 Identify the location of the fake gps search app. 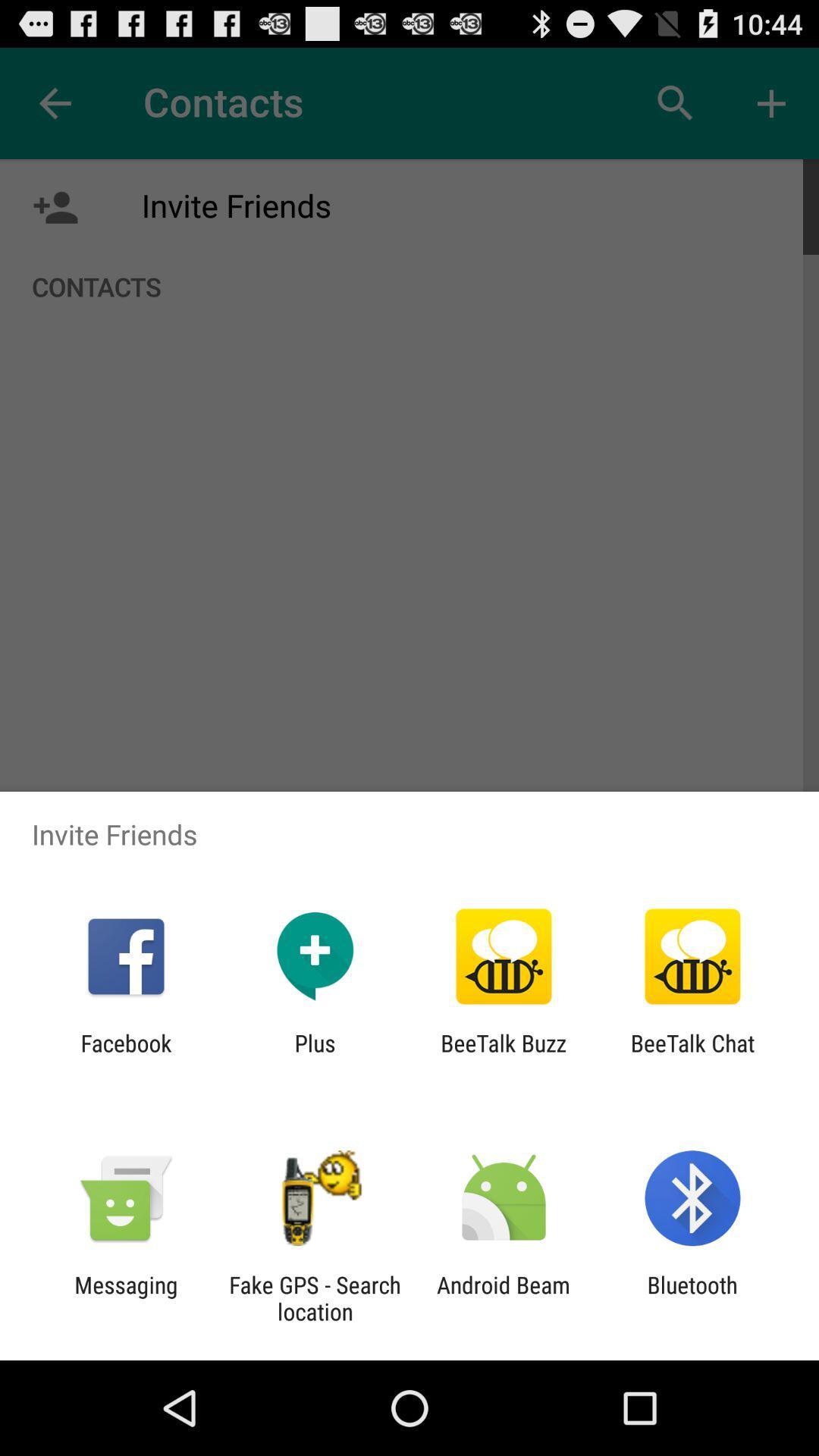
(314, 1298).